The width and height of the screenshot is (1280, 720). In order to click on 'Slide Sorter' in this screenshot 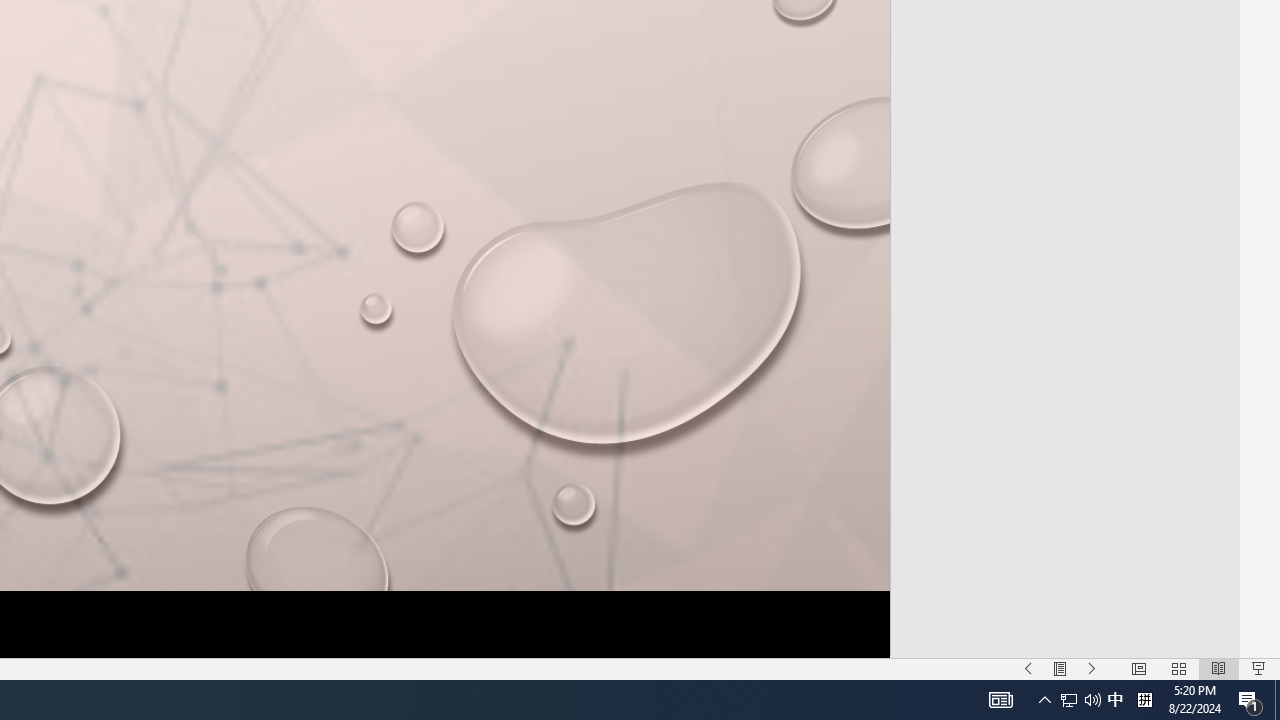, I will do `click(1178, 669)`.